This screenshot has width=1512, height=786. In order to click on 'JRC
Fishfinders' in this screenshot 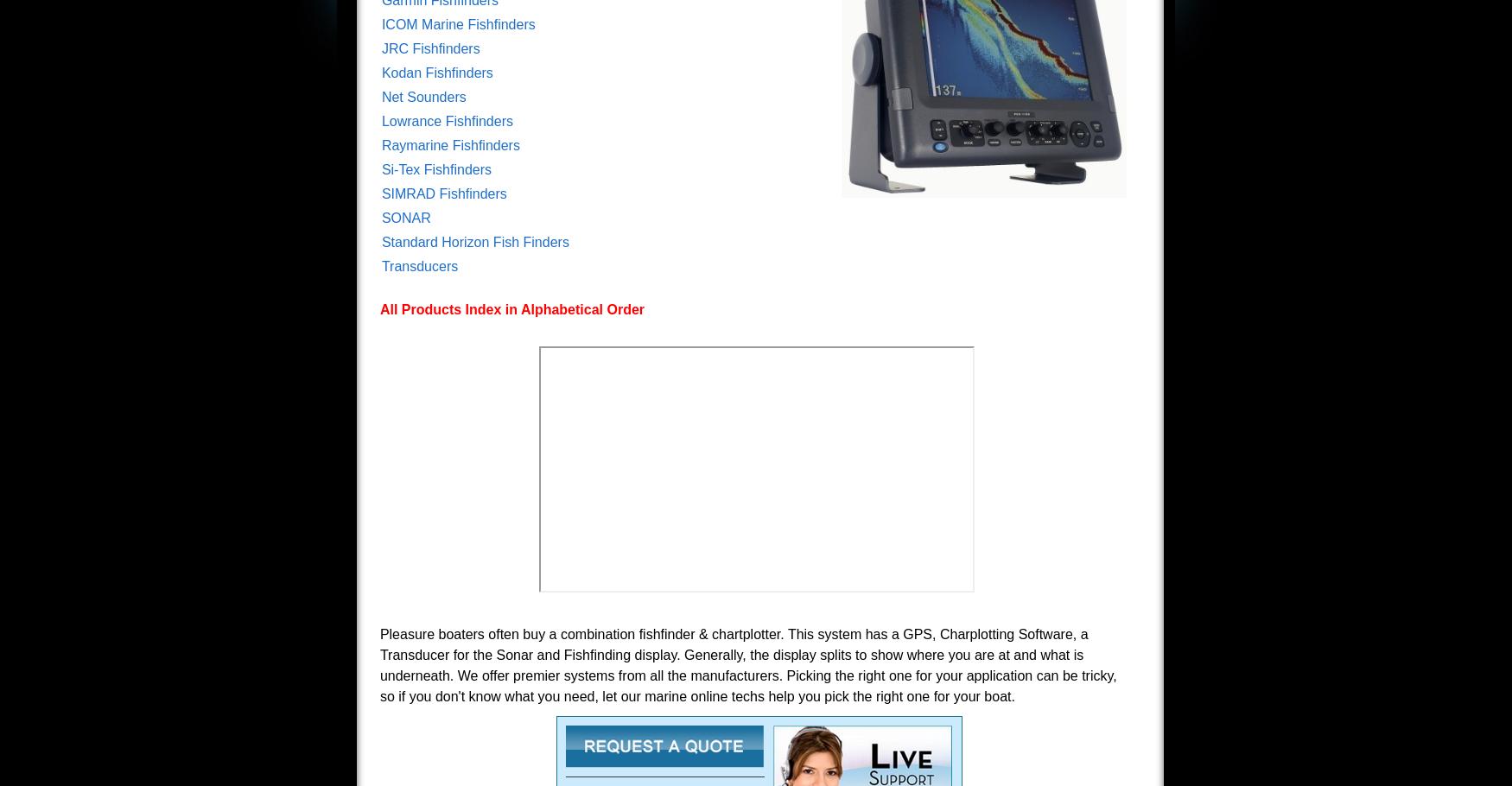, I will do `click(430, 48)`.